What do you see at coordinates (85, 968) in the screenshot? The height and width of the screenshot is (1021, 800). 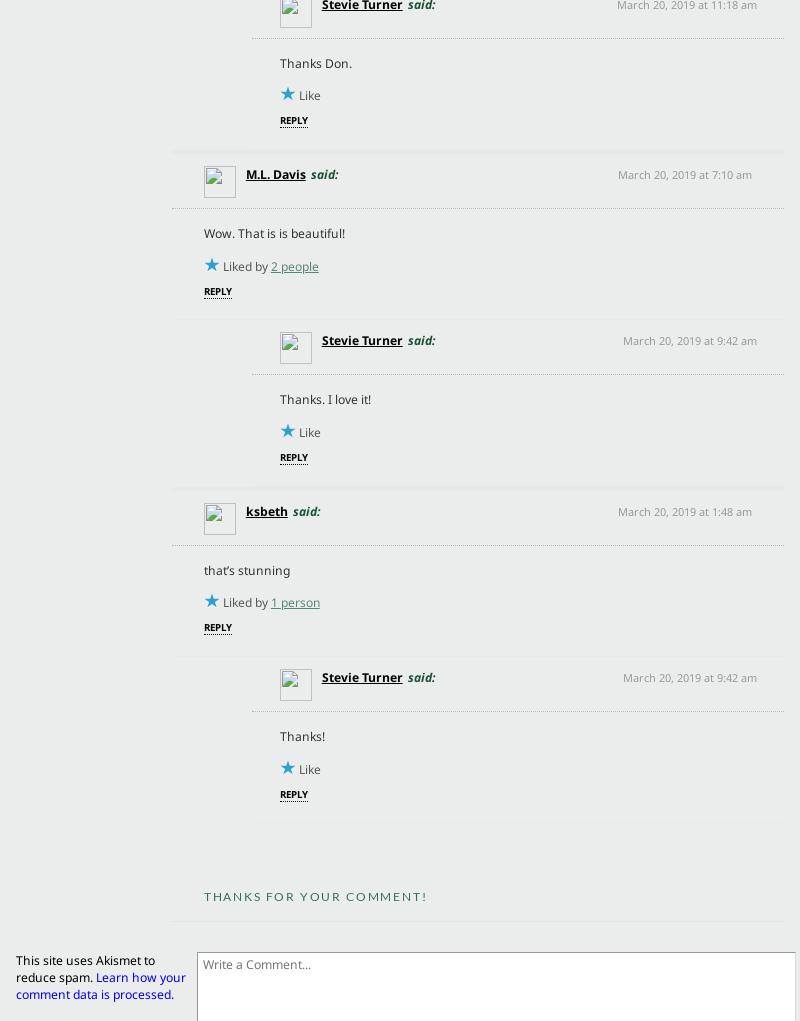 I see `'This site uses Akismet to reduce spam.'` at bounding box center [85, 968].